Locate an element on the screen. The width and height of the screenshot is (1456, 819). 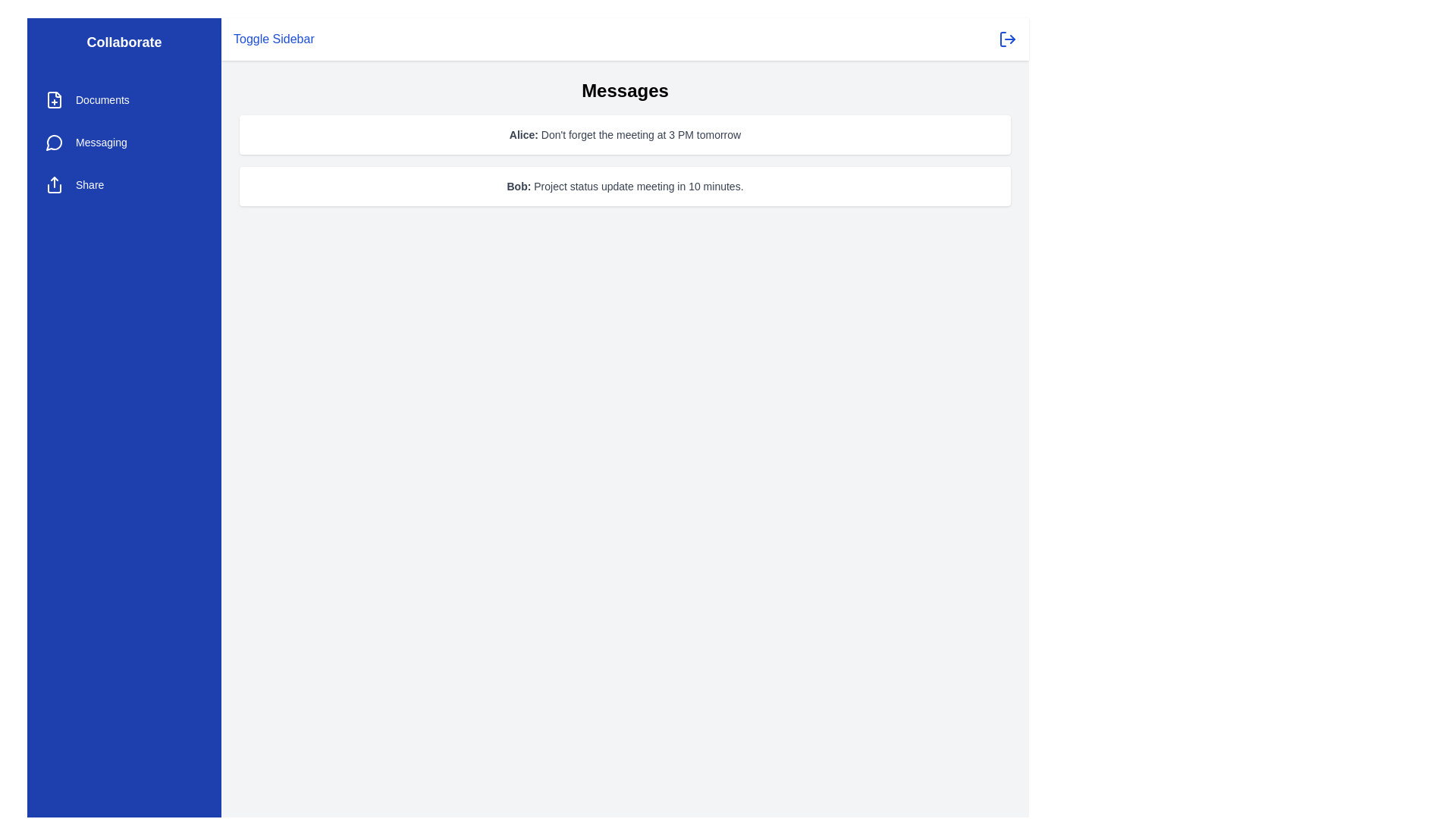
the blue rectangular button labeled 'Documents' with a document icon is located at coordinates (124, 99).